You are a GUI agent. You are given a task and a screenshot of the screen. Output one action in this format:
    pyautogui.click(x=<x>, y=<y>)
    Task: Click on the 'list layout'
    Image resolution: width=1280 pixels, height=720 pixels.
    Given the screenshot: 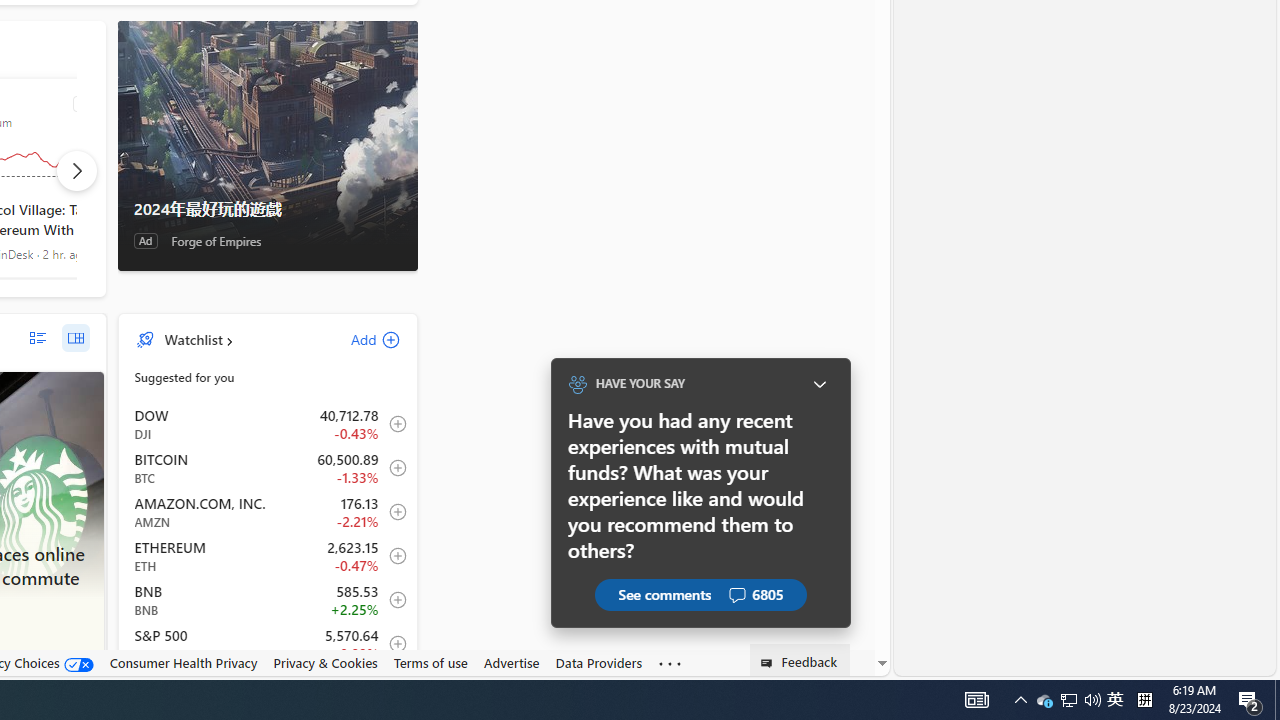 What is the action you would take?
    pyautogui.click(x=37, y=337)
    